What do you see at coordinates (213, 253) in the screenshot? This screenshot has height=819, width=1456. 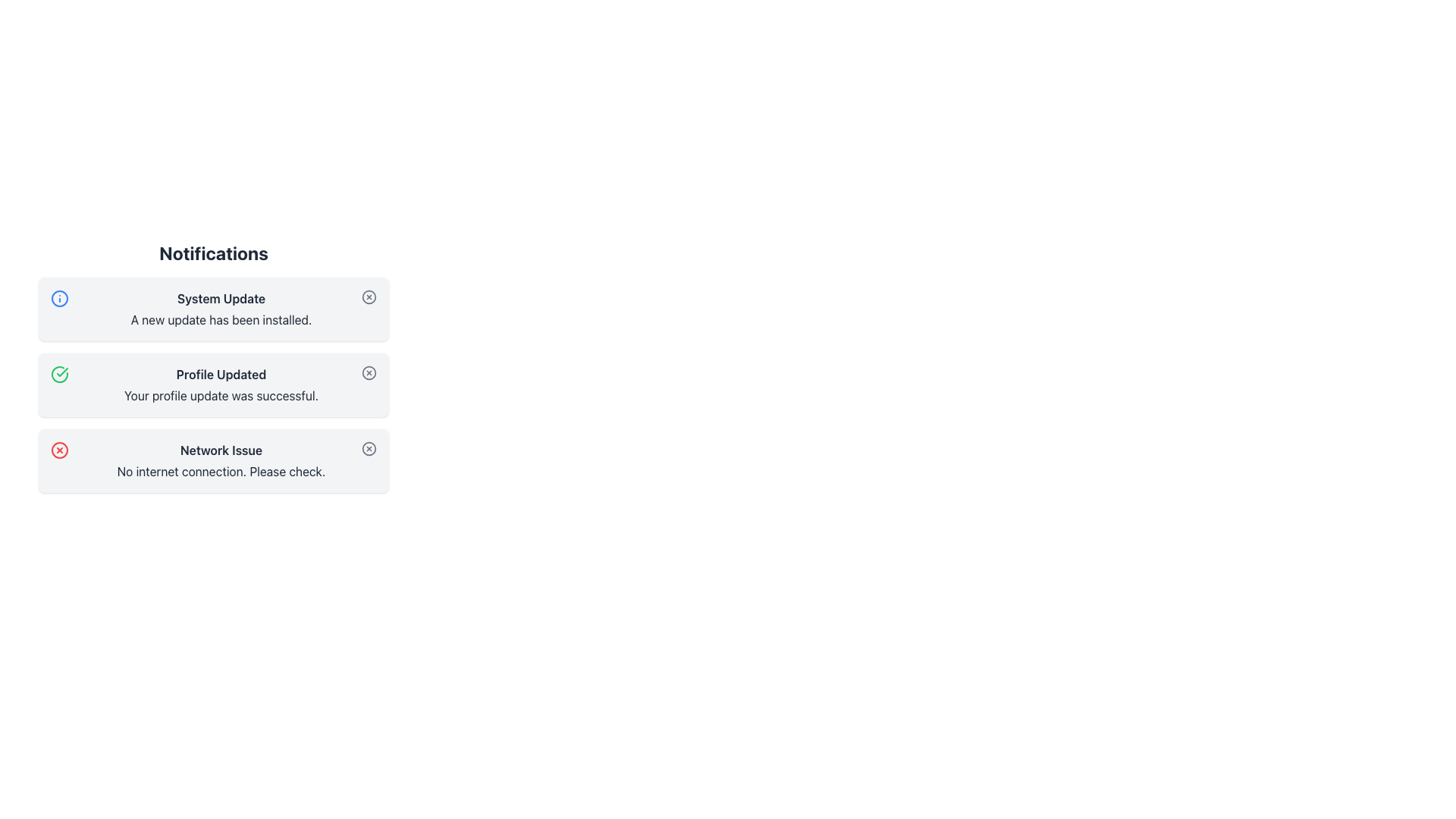 I see `the 'Notifications' title text label, which is bold, large, and positioned at the top of the notification section` at bounding box center [213, 253].